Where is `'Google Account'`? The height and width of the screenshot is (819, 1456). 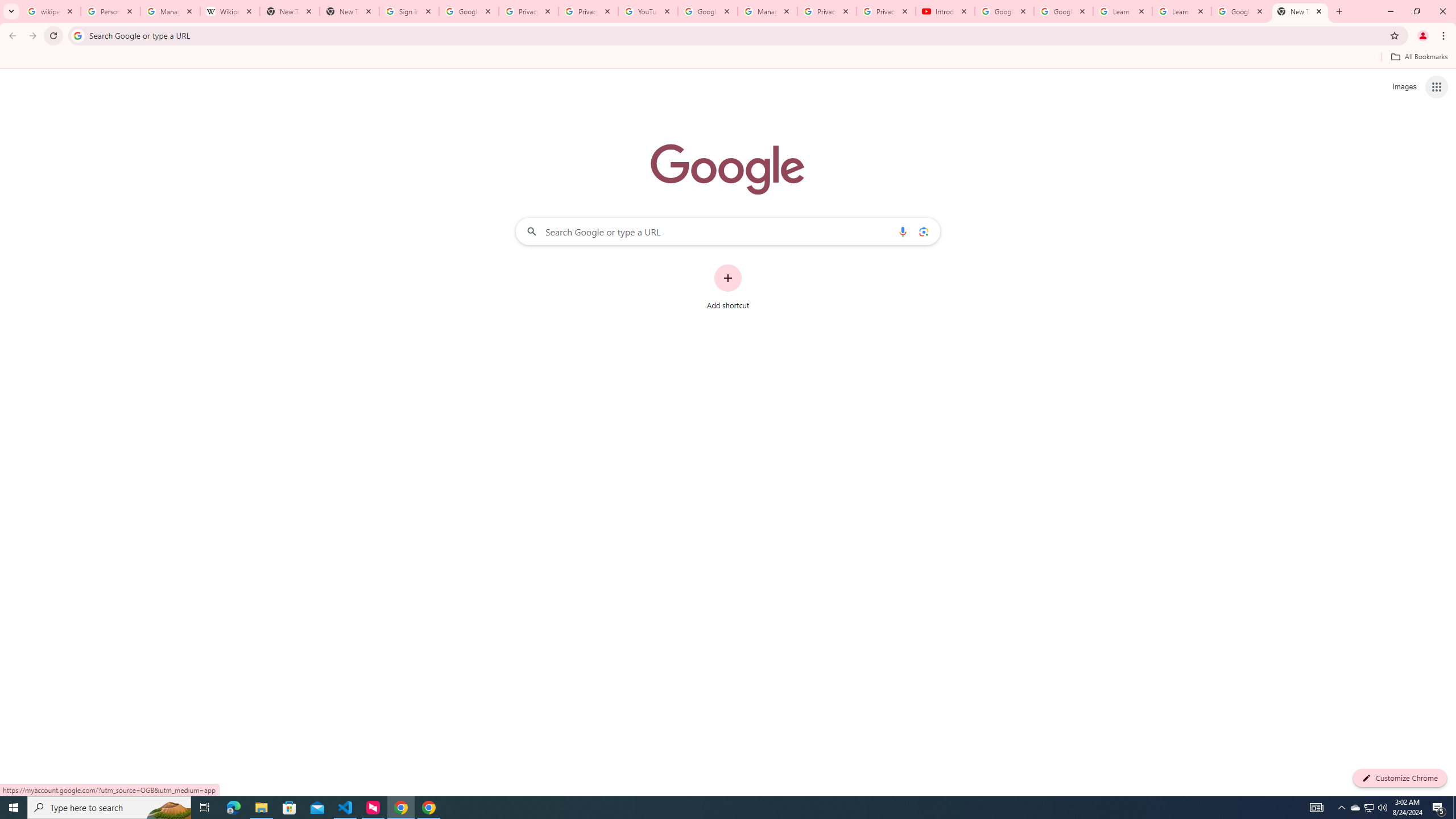 'Google Account' is located at coordinates (1240, 11).